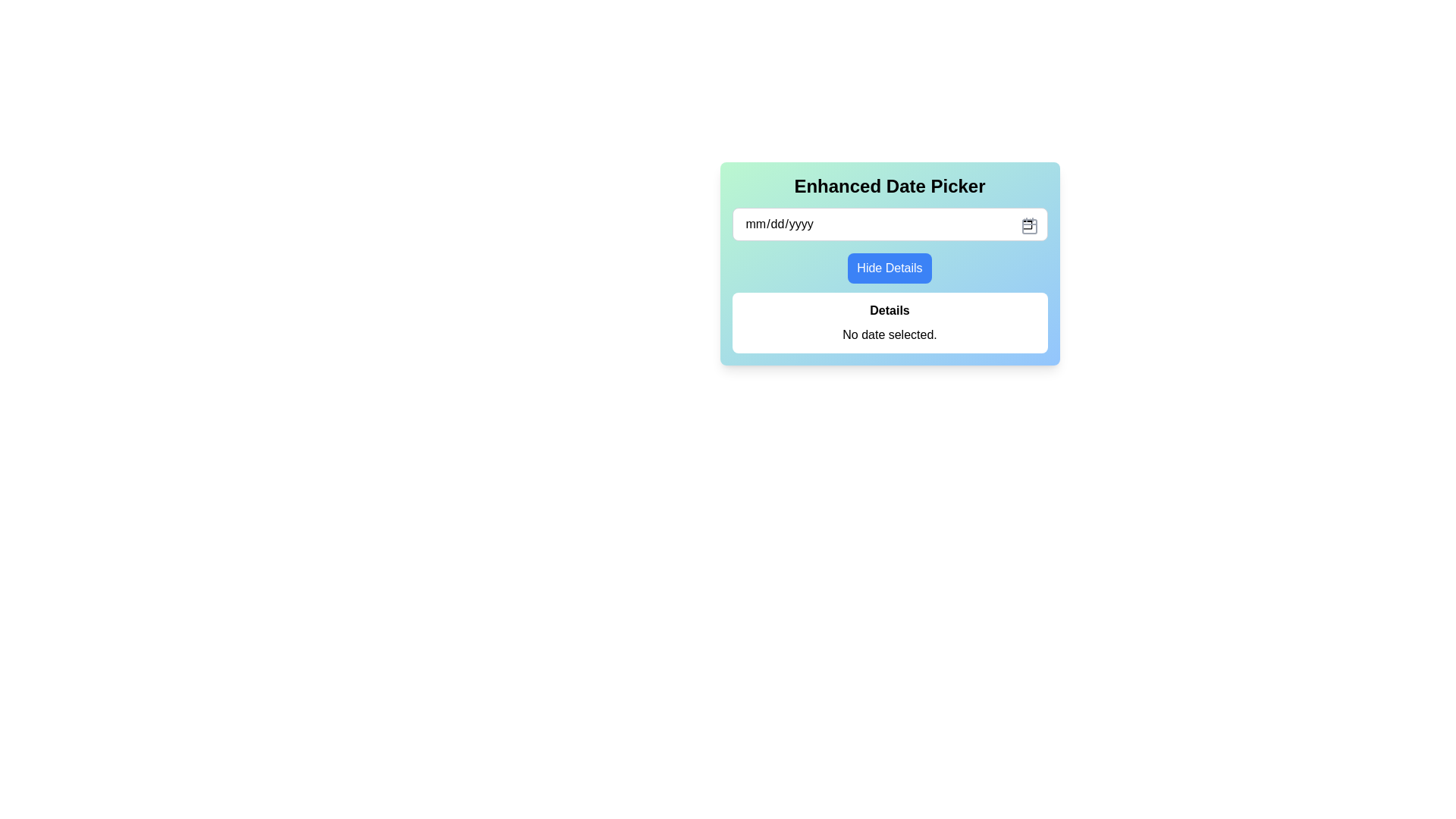  I want to click on the toggle button located centrally below the text input field, so click(890, 268).